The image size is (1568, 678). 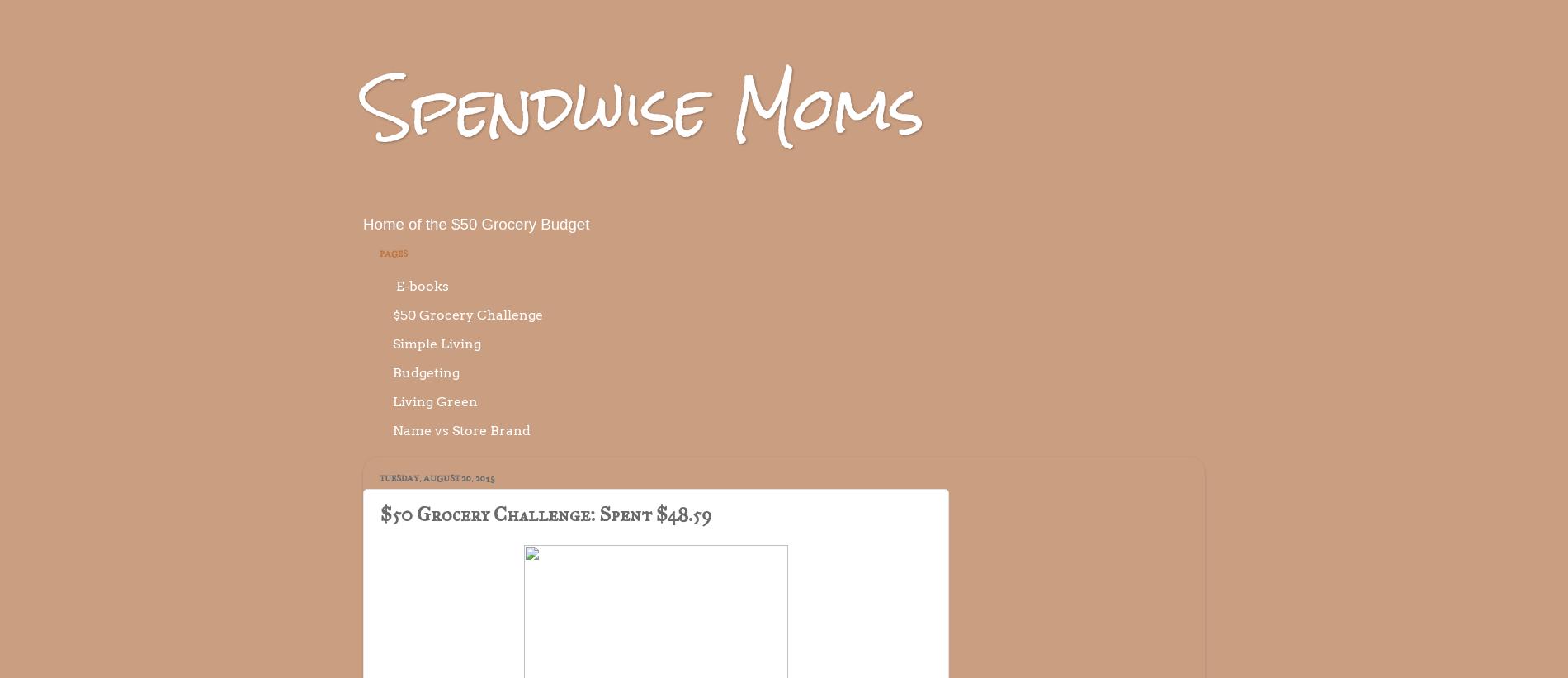 I want to click on 'Pages', so click(x=378, y=252).